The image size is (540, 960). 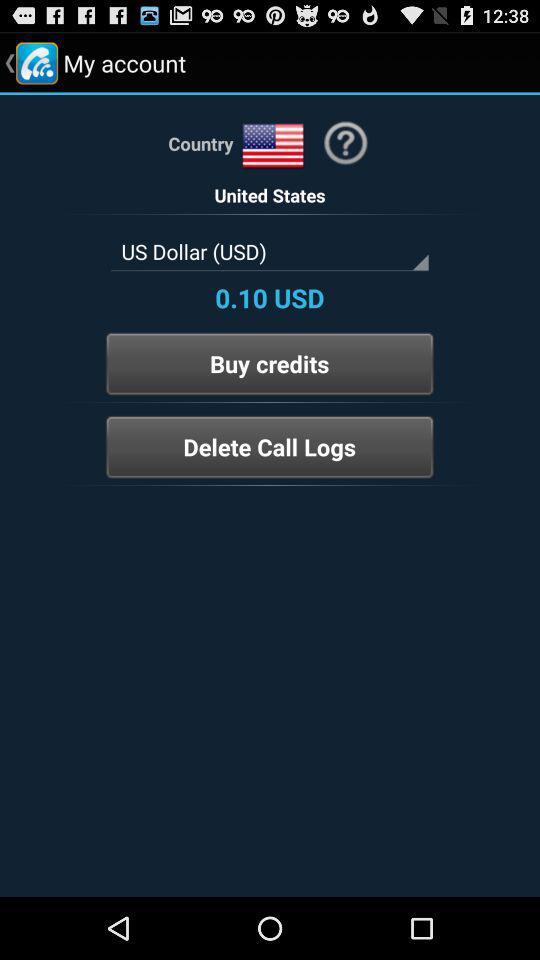 I want to click on the national_flag icon, so click(x=272, y=155).